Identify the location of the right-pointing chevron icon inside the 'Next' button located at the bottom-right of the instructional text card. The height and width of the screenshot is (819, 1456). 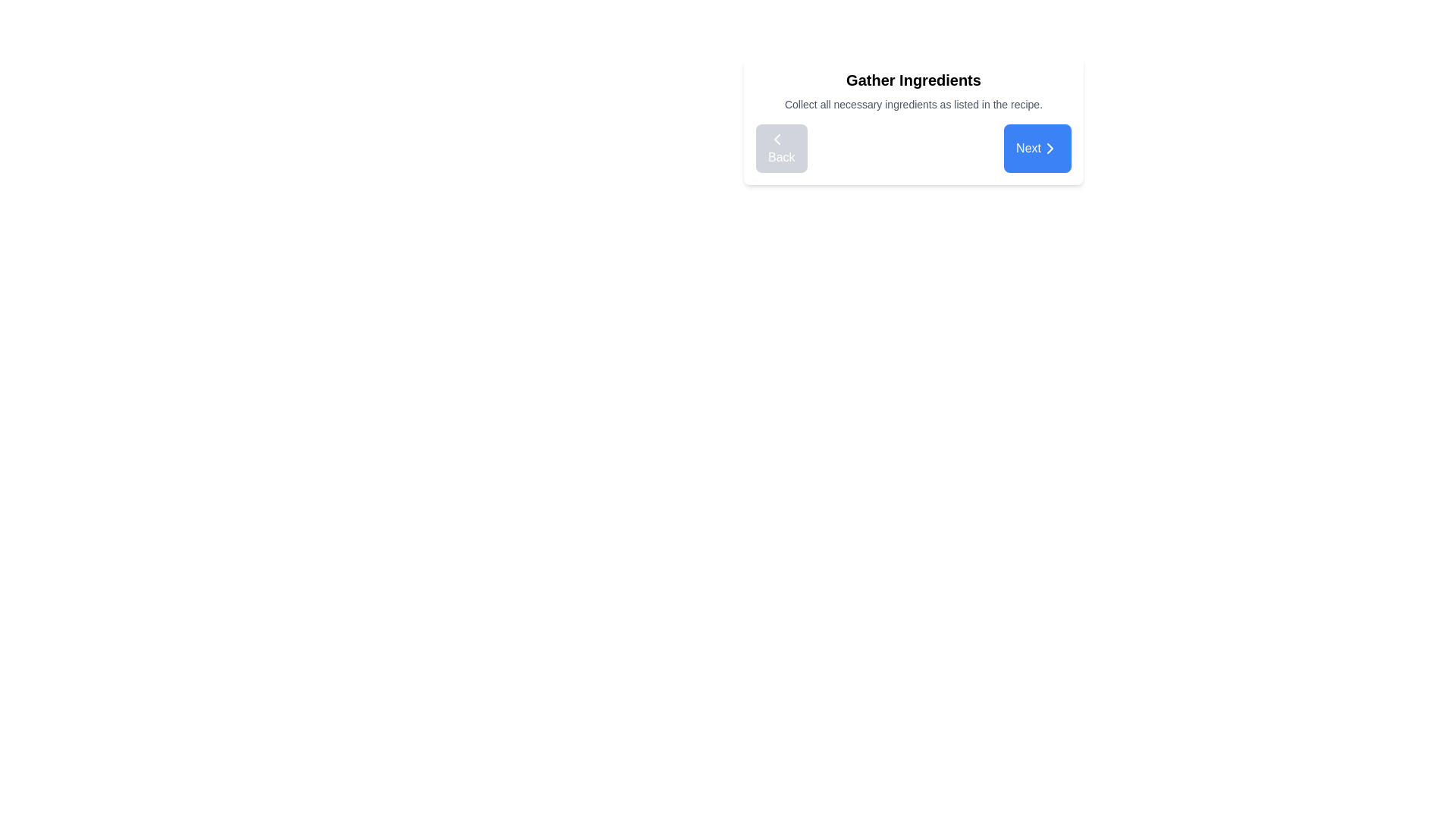
(1050, 149).